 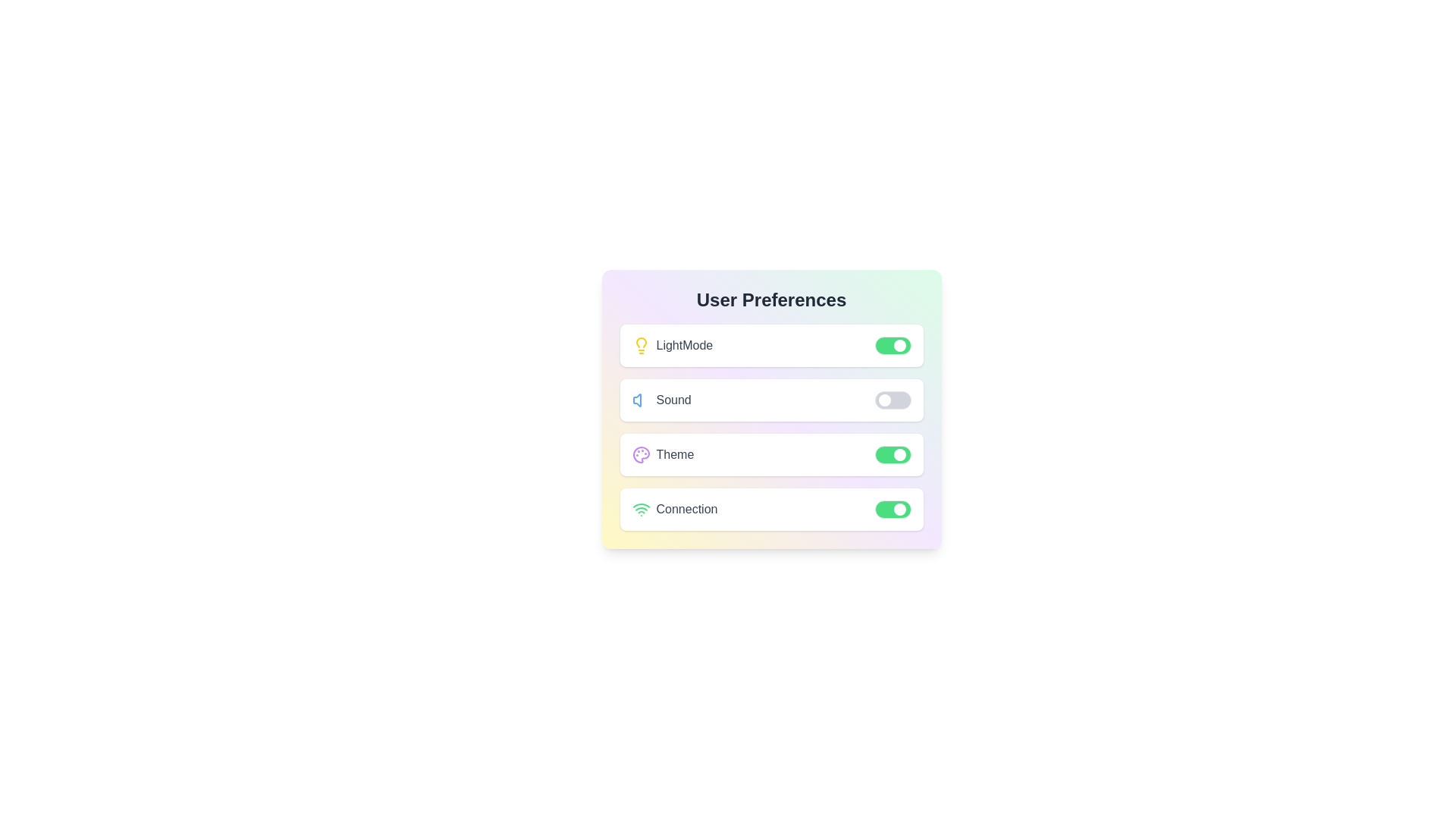 What do you see at coordinates (686, 509) in the screenshot?
I see `the text label that describes connection or network preferences, located on the fourth line of options in the 'User Preferences' interface, between a WiFi icon and a toggle switch` at bounding box center [686, 509].